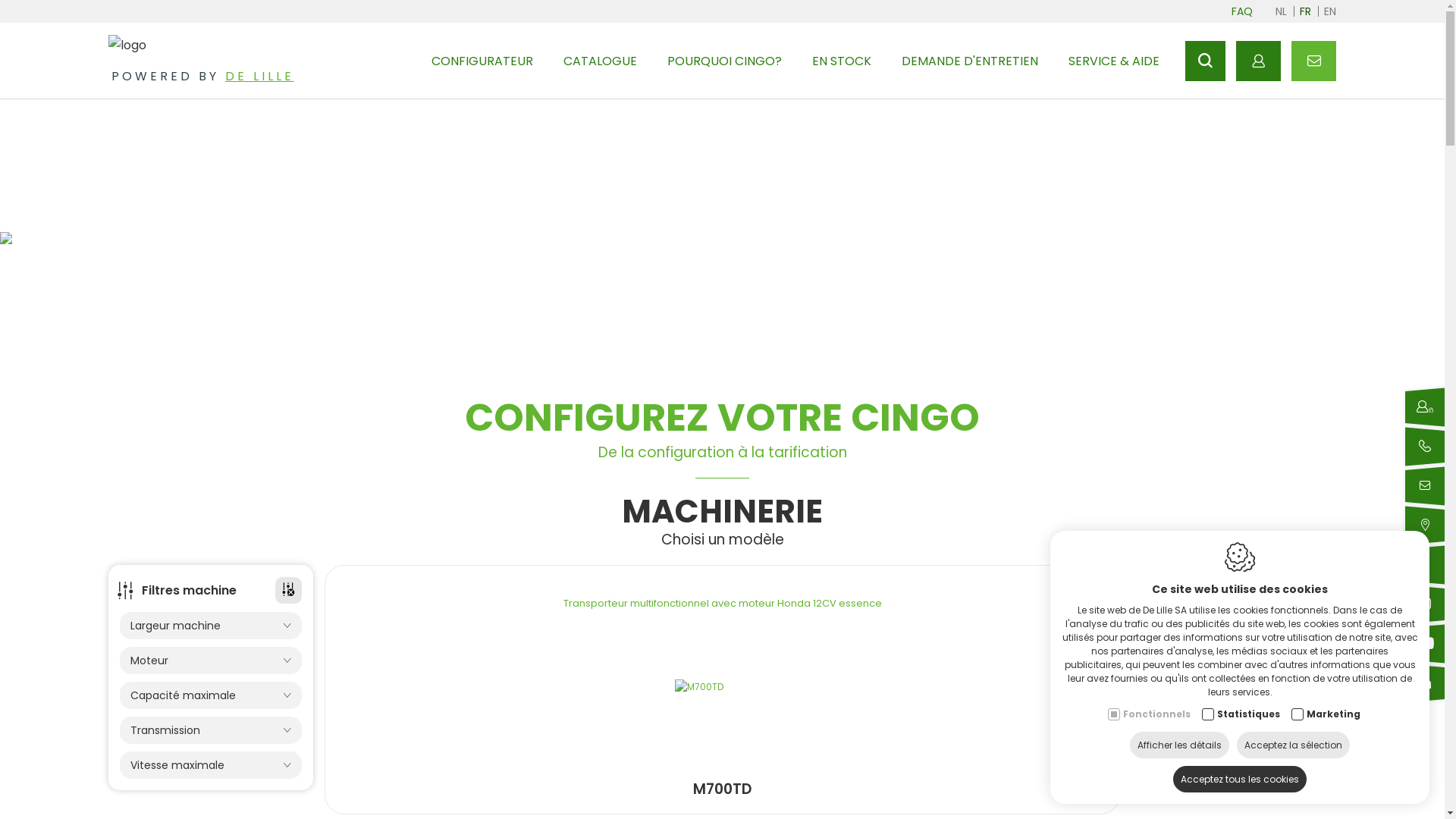 The width and height of the screenshot is (1456, 819). Describe the element at coordinates (210, 660) in the screenshot. I see `'Moteur'` at that location.